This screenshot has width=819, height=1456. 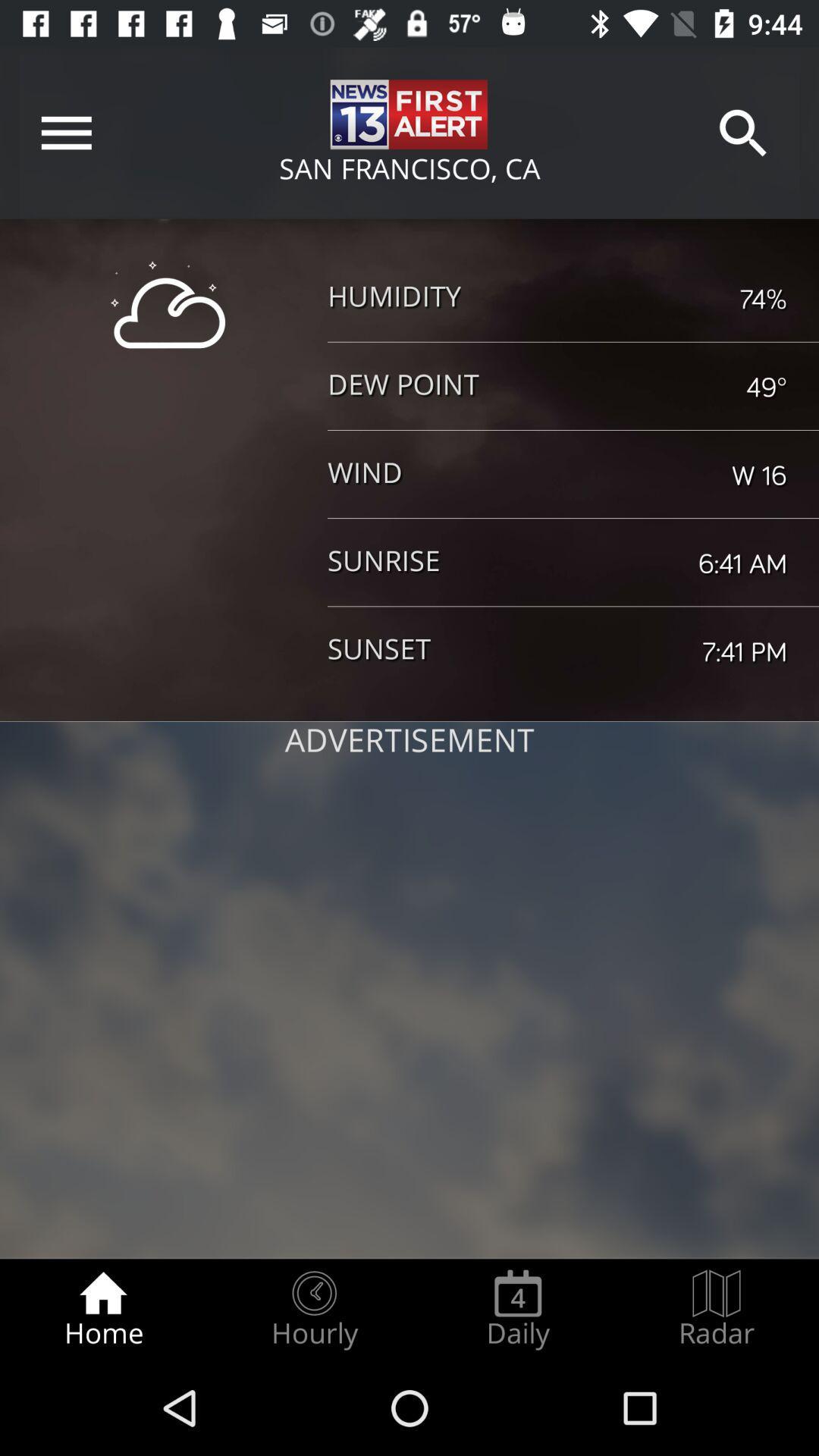 I want to click on item next to the daily icon, so click(x=313, y=1309).